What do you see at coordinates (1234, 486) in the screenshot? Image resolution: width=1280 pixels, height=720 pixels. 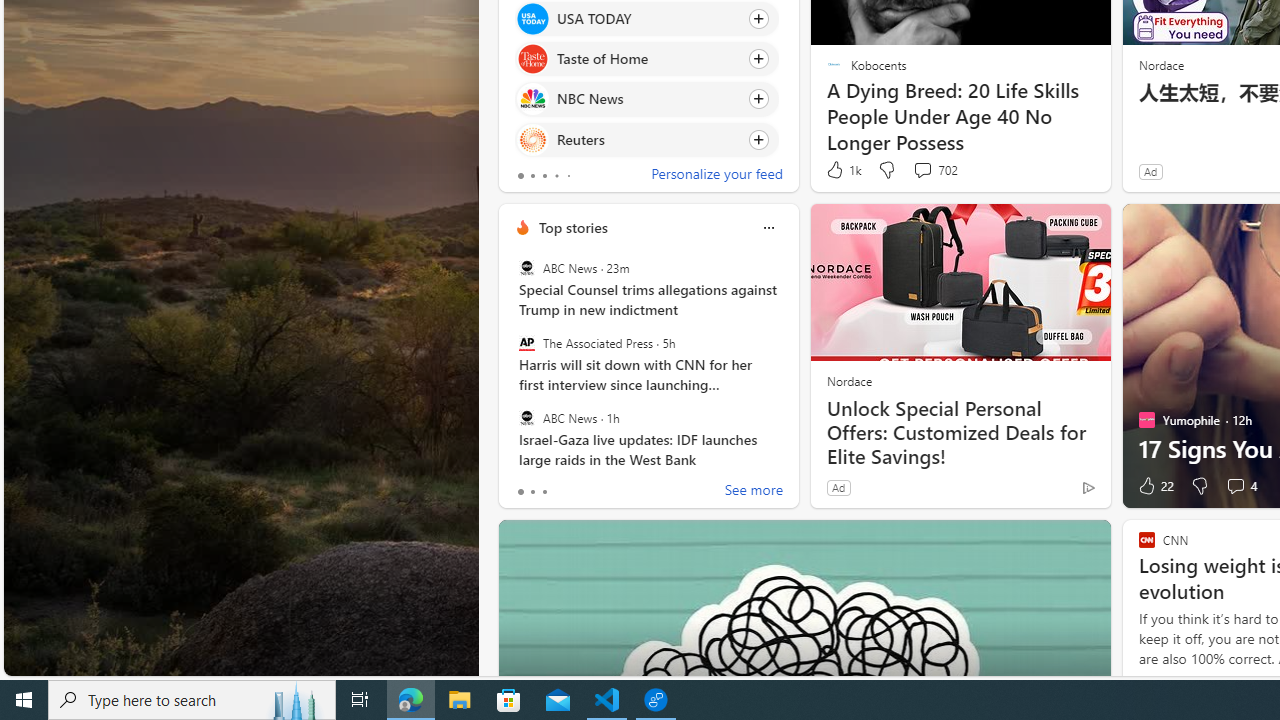 I see `'View comments 4 Comment'` at bounding box center [1234, 486].